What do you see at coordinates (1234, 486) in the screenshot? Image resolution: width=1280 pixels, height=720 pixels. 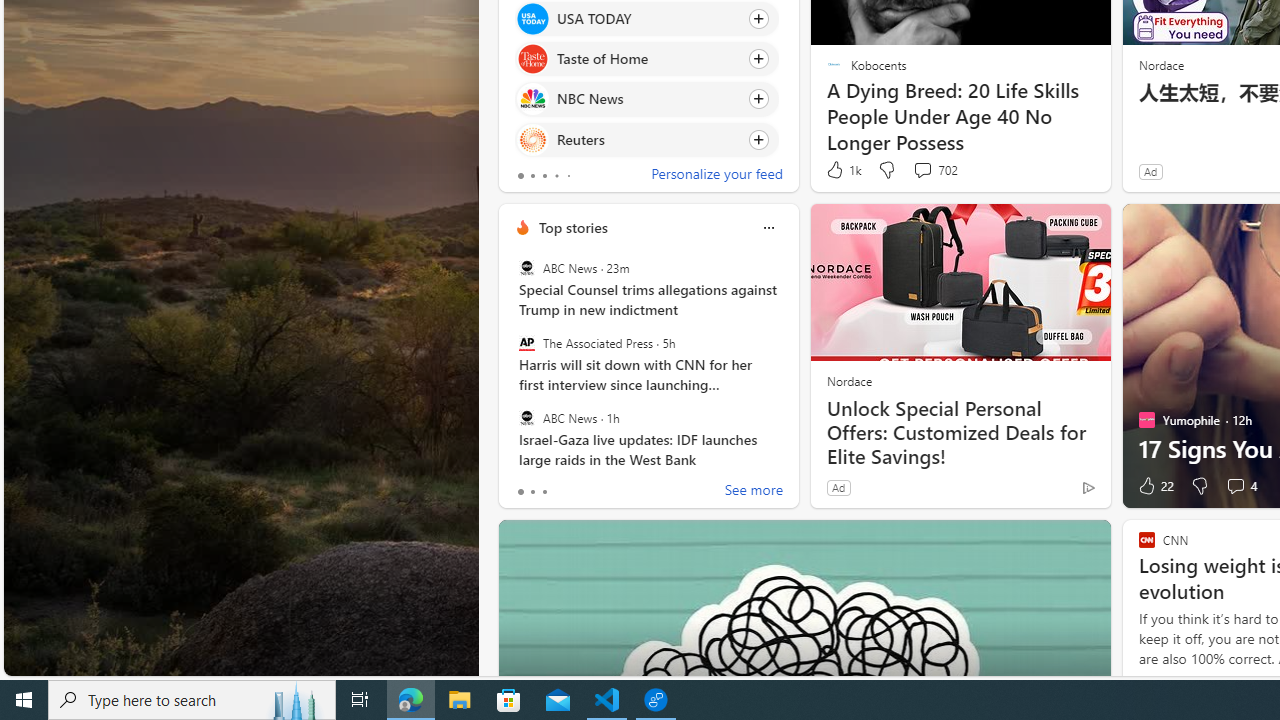 I see `'View comments 4 Comment'` at bounding box center [1234, 486].